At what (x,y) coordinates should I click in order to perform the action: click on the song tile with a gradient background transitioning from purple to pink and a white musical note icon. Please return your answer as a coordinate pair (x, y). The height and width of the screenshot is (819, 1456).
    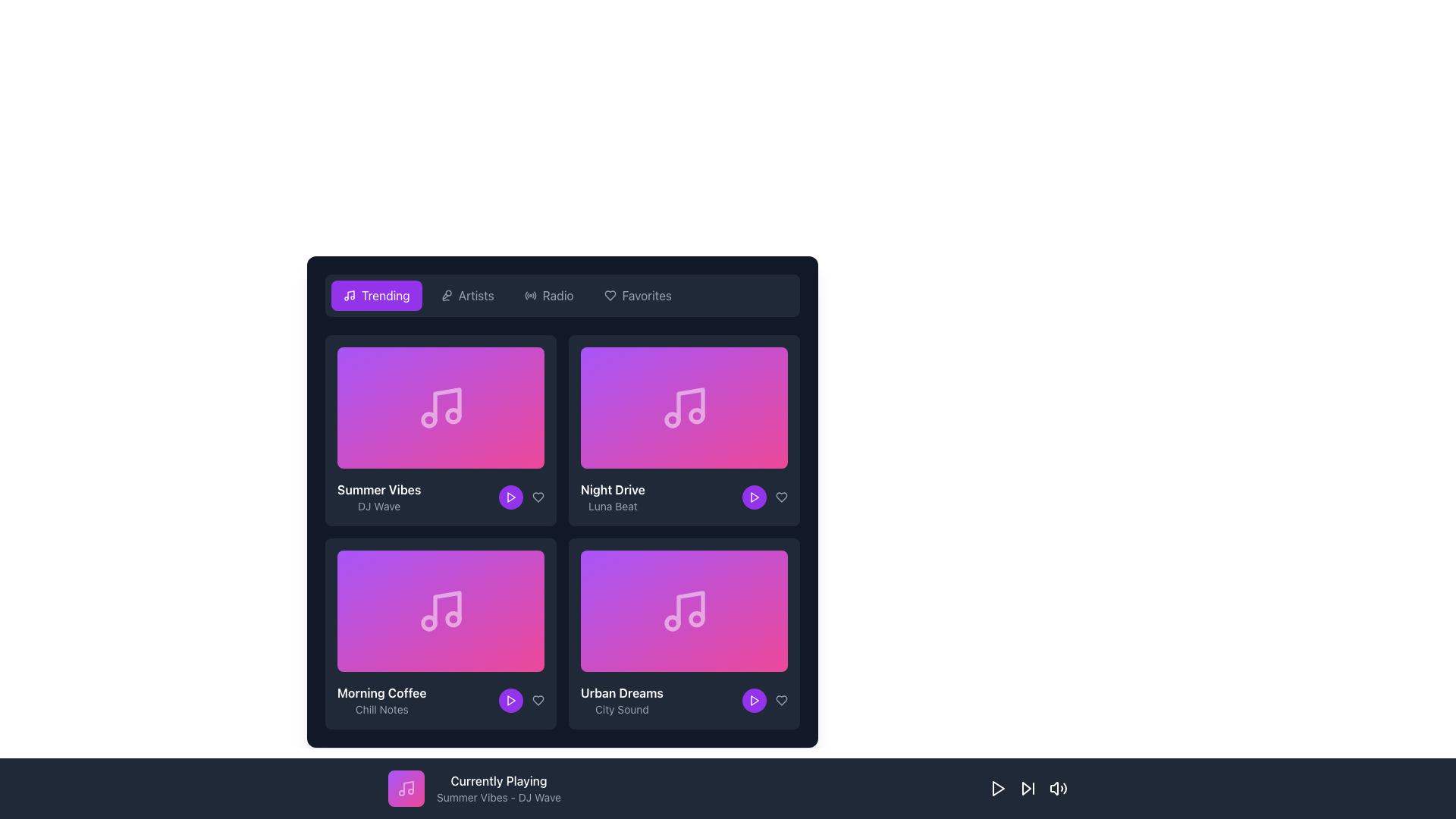
    Looking at the image, I should click on (683, 406).